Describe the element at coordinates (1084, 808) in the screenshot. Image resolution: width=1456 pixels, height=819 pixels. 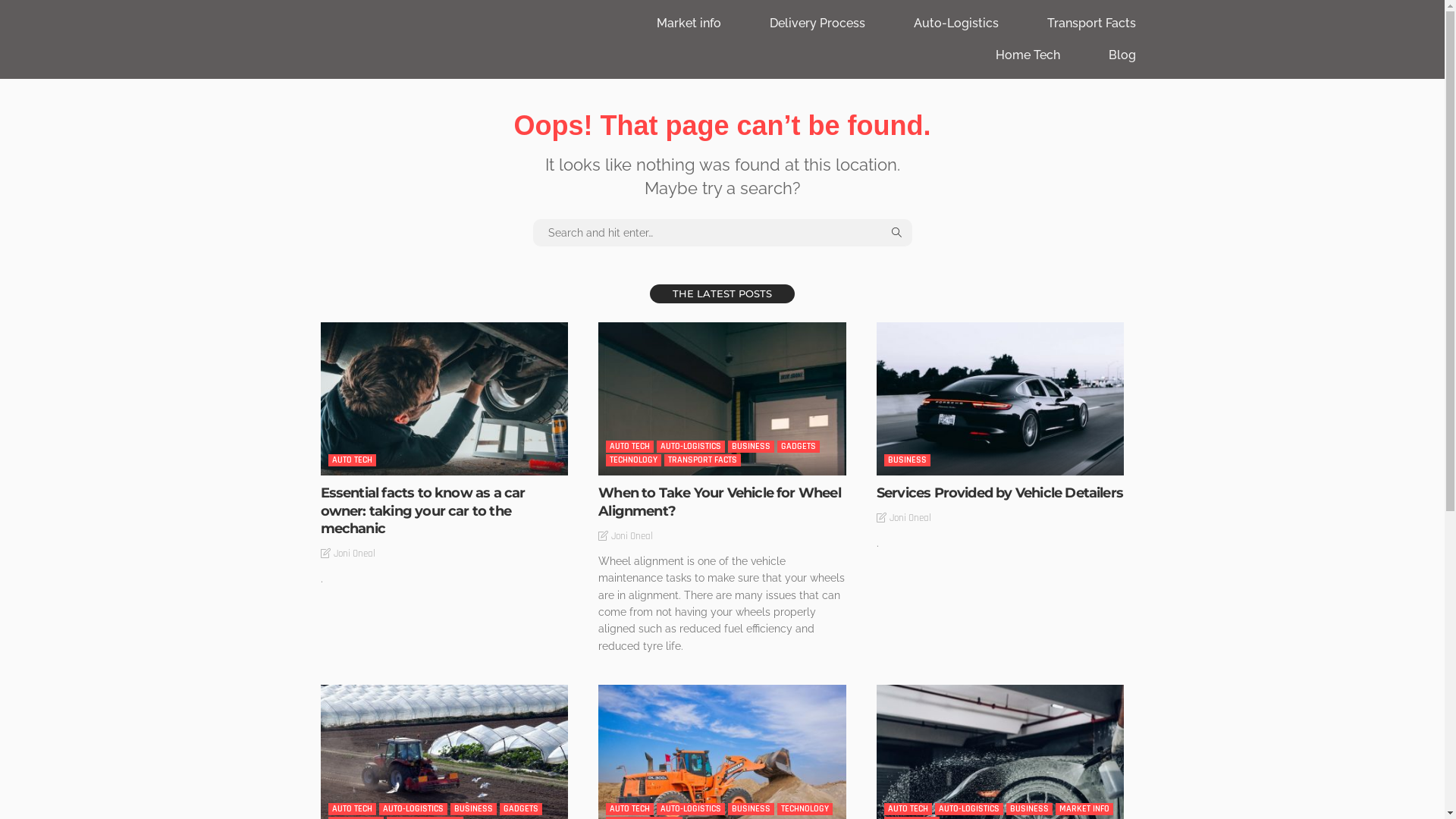
I see `'MARKET INFO'` at that location.